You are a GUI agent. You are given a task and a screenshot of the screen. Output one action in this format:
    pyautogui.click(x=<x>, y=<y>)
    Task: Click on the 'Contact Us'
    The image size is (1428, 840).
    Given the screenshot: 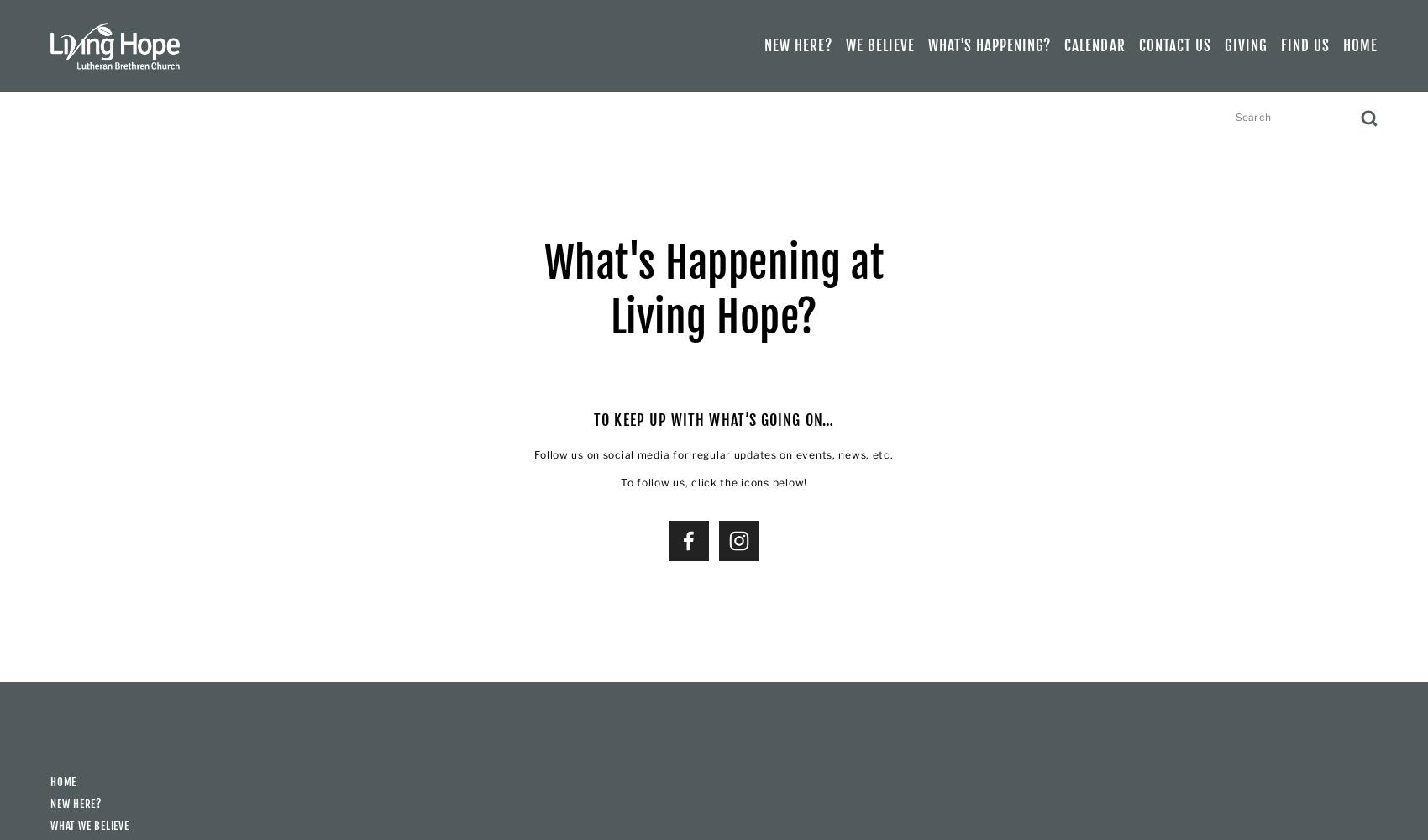 What is the action you would take?
    pyautogui.click(x=1173, y=45)
    